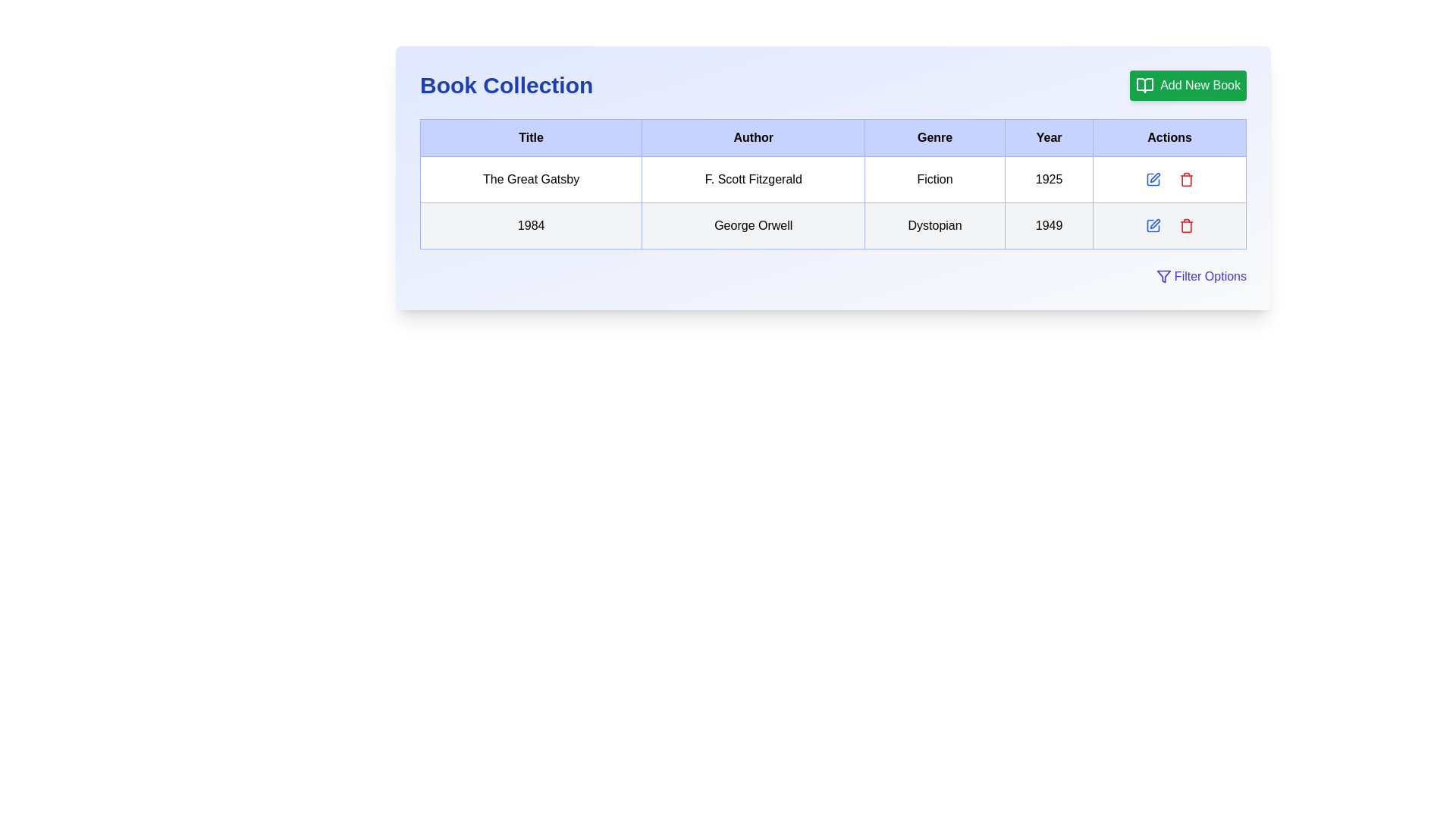 The image size is (1456, 819). What do you see at coordinates (753, 225) in the screenshot?
I see `the text label displaying 'George Orwell' which is located in the 'Author' column of the book details table` at bounding box center [753, 225].